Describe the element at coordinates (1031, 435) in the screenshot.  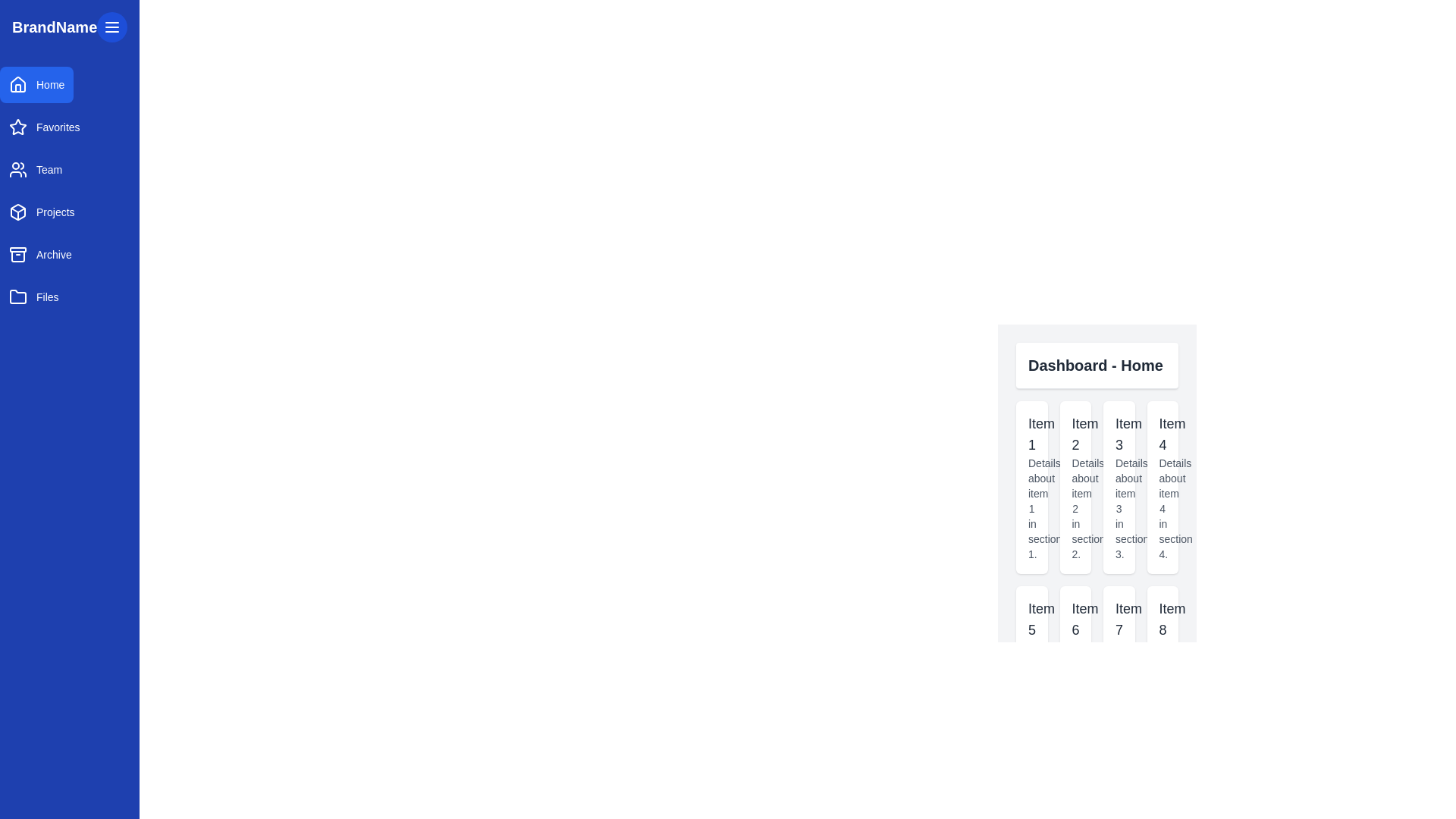
I see `the text label displaying the title 'Item 1'` at that location.